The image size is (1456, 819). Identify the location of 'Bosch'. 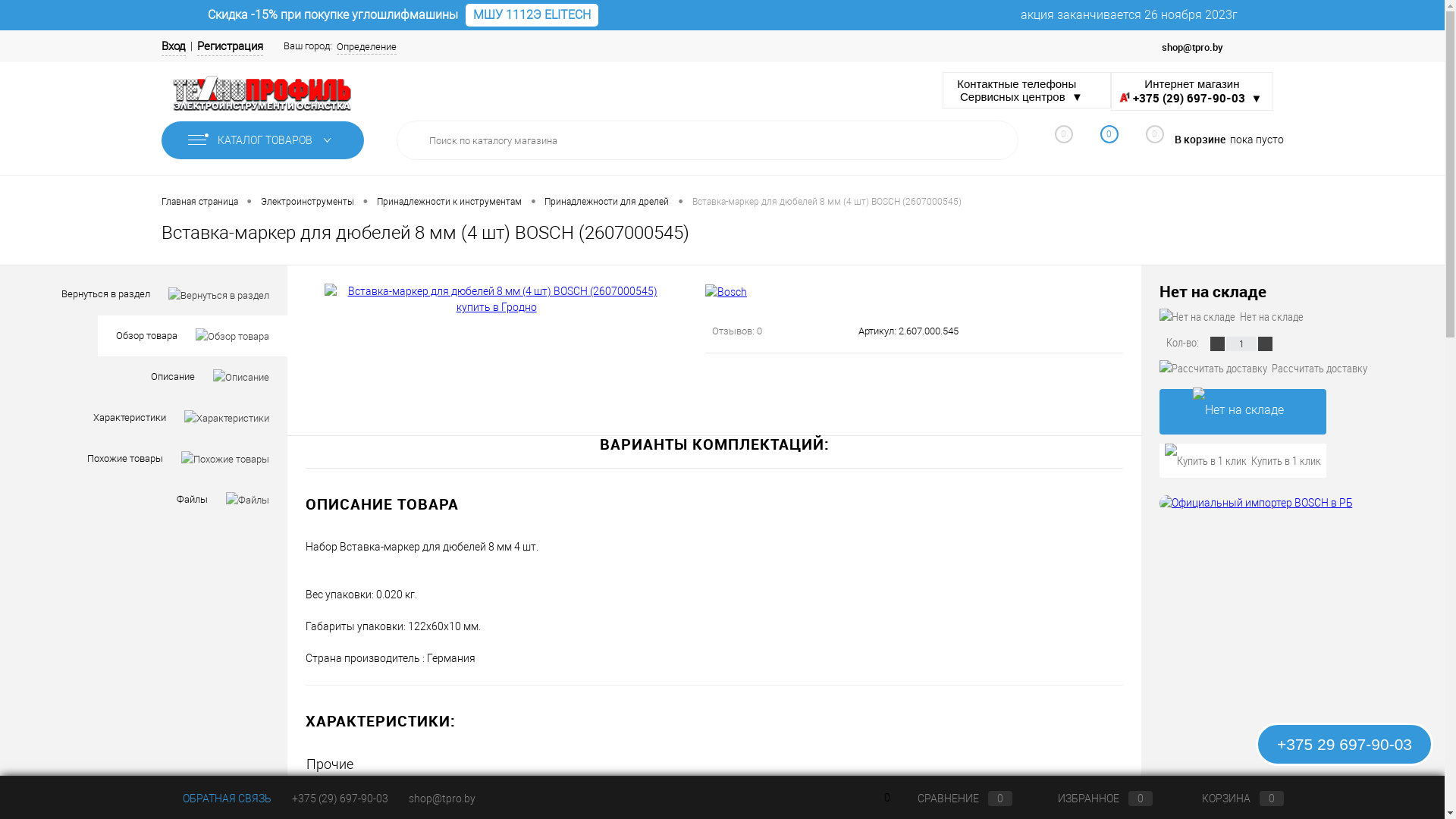
(589, 792).